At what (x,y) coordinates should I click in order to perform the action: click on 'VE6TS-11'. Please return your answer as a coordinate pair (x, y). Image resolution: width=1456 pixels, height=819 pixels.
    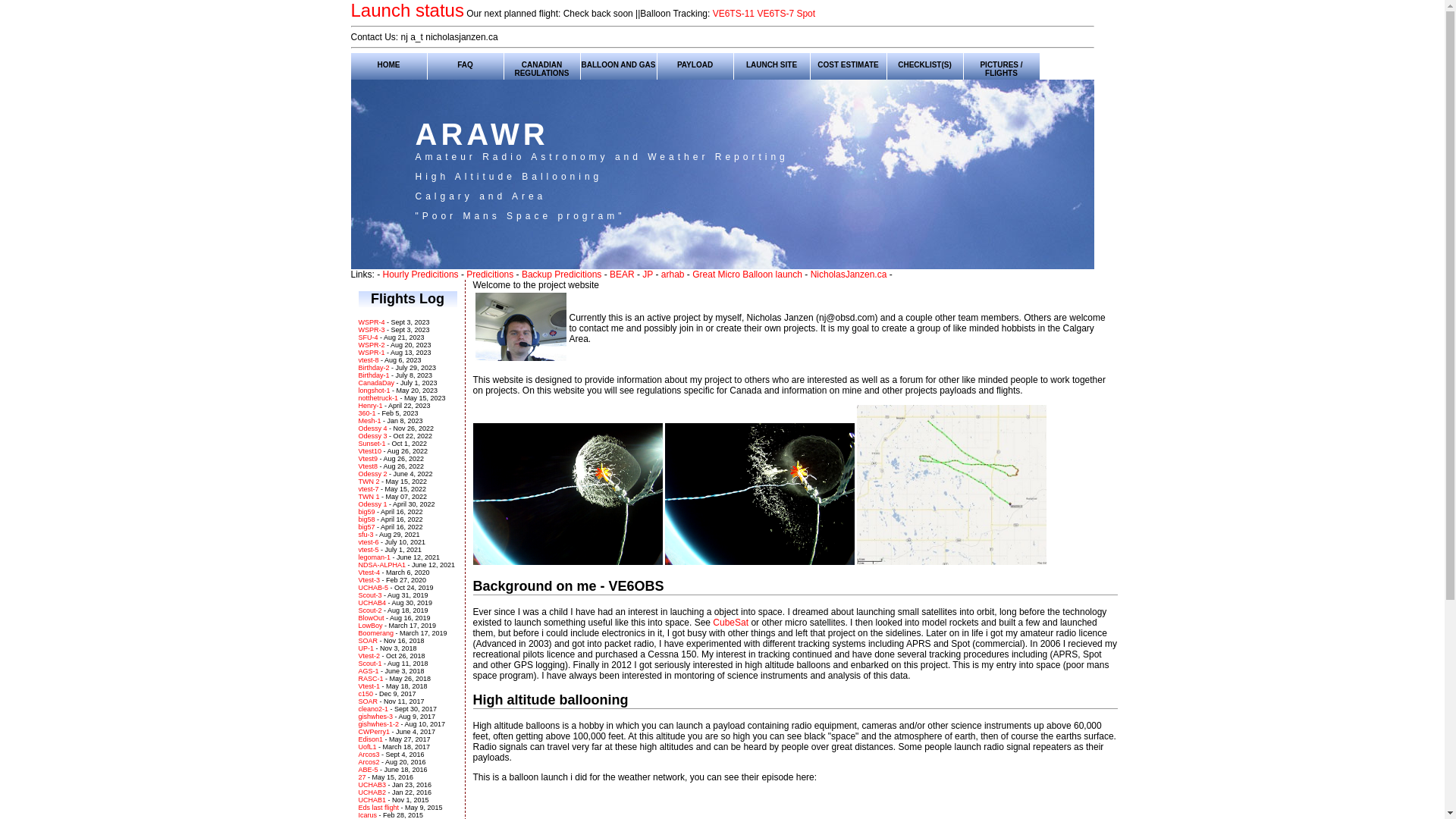
    Looking at the image, I should click on (712, 14).